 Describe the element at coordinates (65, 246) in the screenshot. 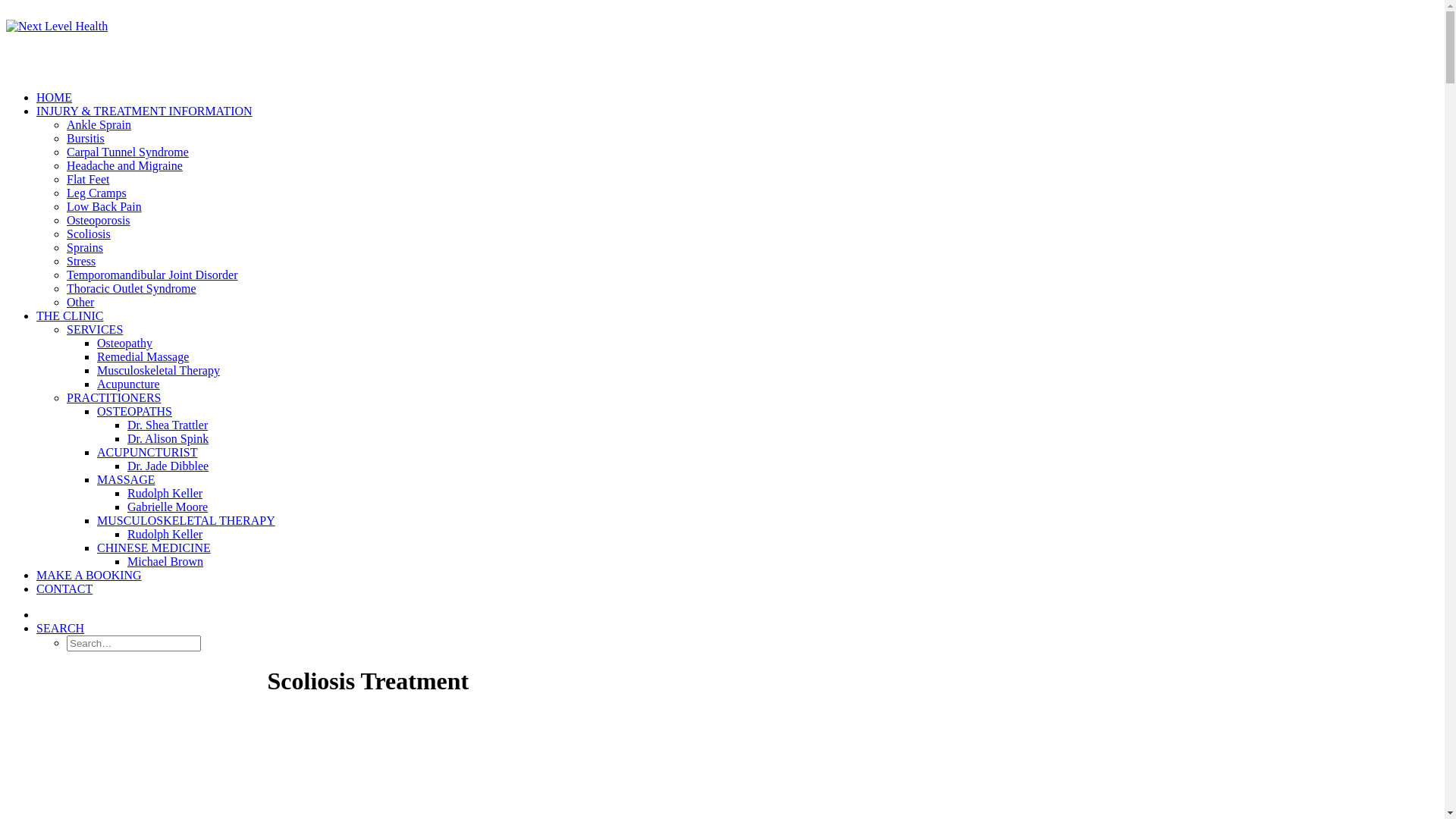

I see `'Sprains'` at that location.